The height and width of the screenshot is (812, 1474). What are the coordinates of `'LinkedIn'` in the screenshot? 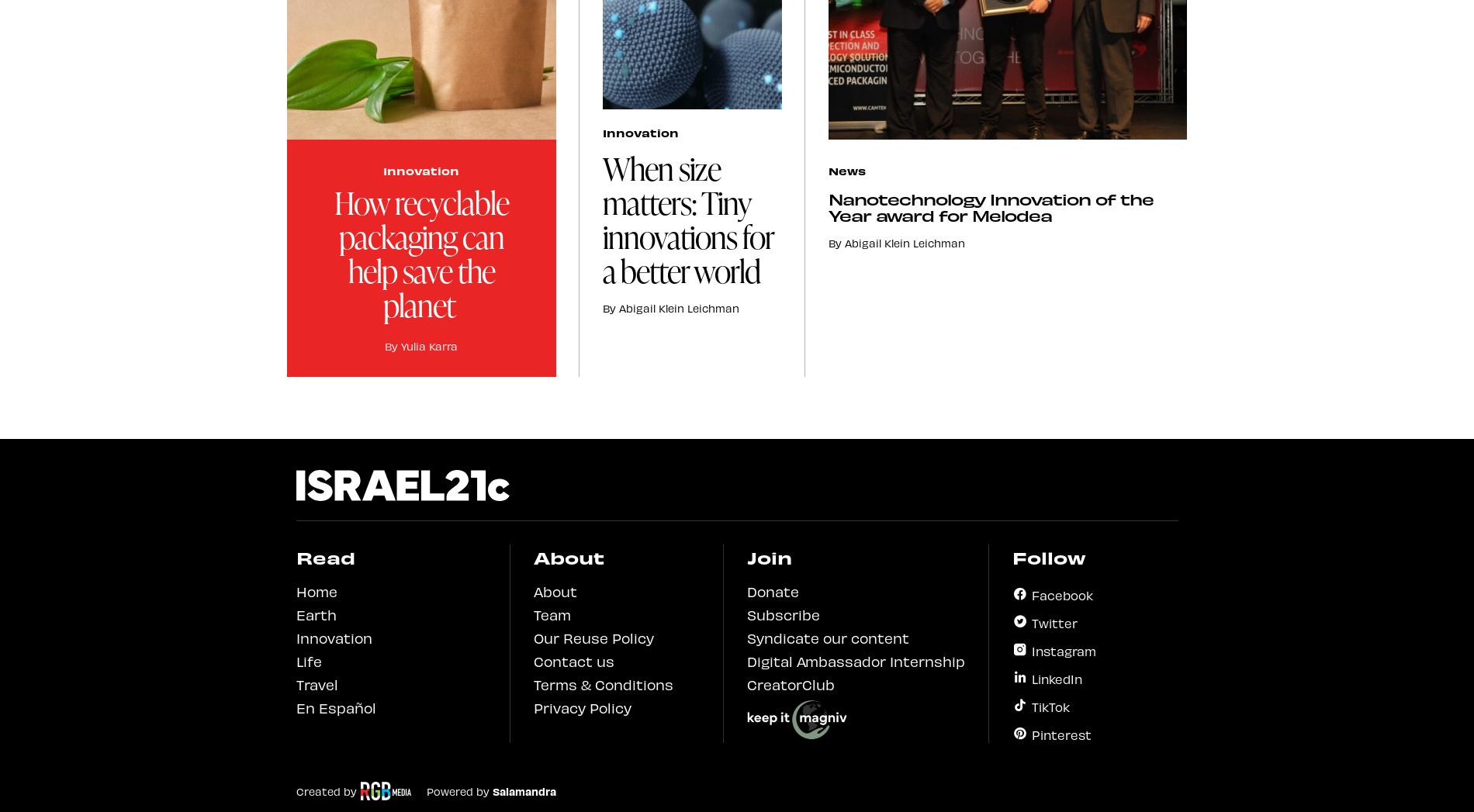 It's located at (1055, 676).